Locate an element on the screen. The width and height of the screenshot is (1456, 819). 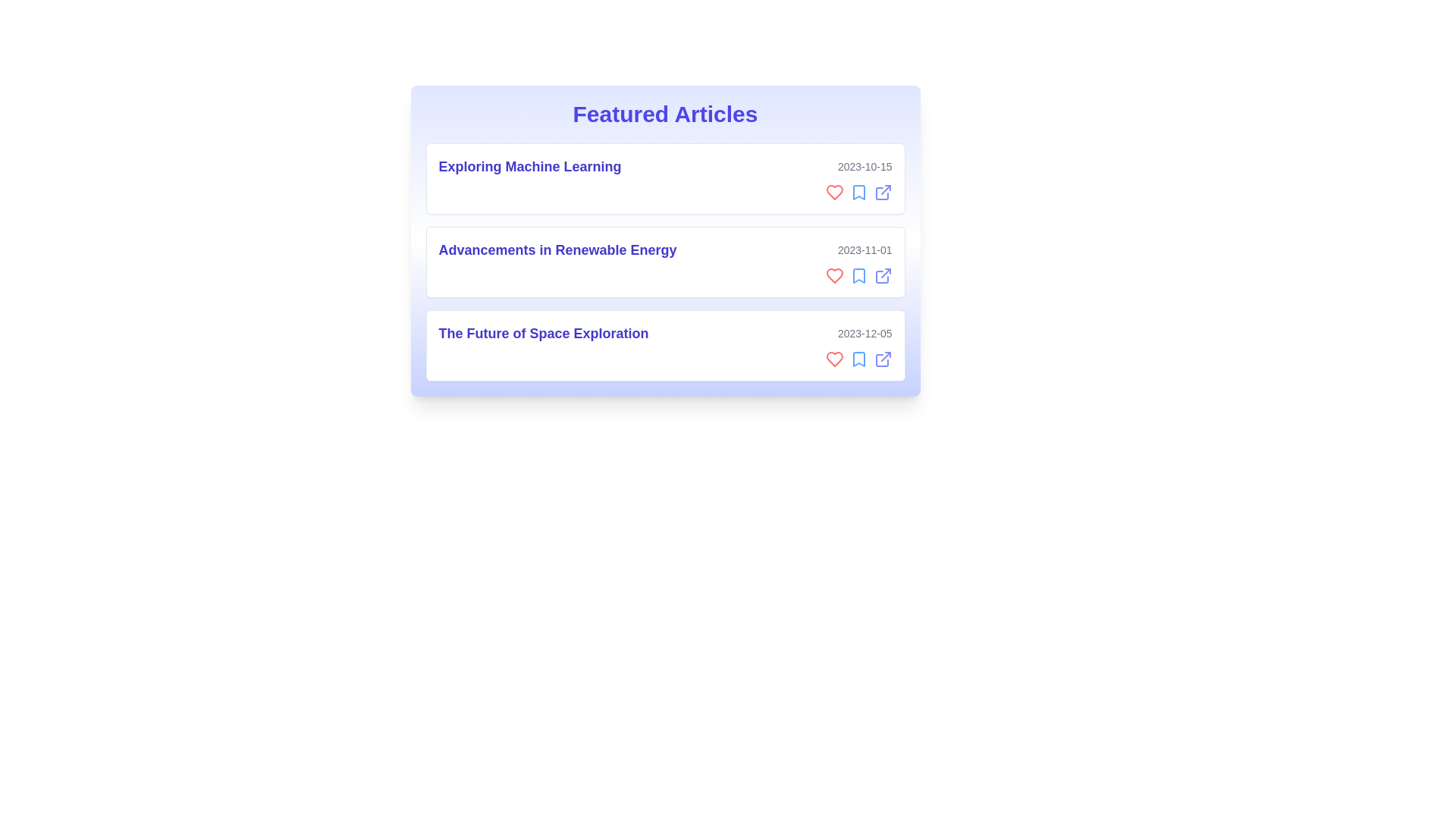
bookmark icon for the article titled 'The Future of Space Exploration' is located at coordinates (858, 359).